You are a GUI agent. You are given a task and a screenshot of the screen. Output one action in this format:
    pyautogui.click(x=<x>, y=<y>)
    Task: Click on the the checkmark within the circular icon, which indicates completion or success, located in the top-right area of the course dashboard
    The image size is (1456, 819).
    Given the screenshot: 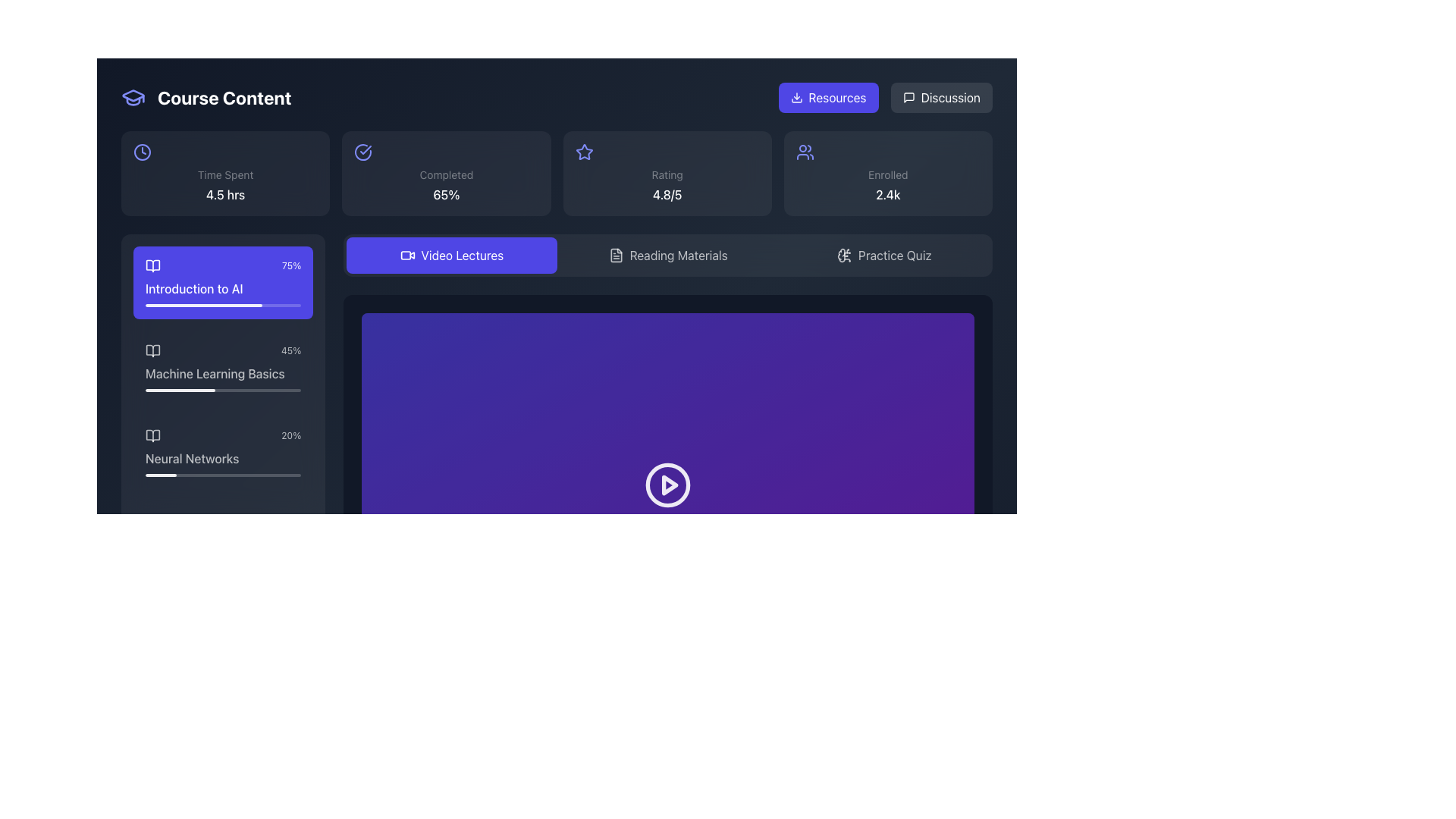 What is the action you would take?
    pyautogui.click(x=366, y=149)
    